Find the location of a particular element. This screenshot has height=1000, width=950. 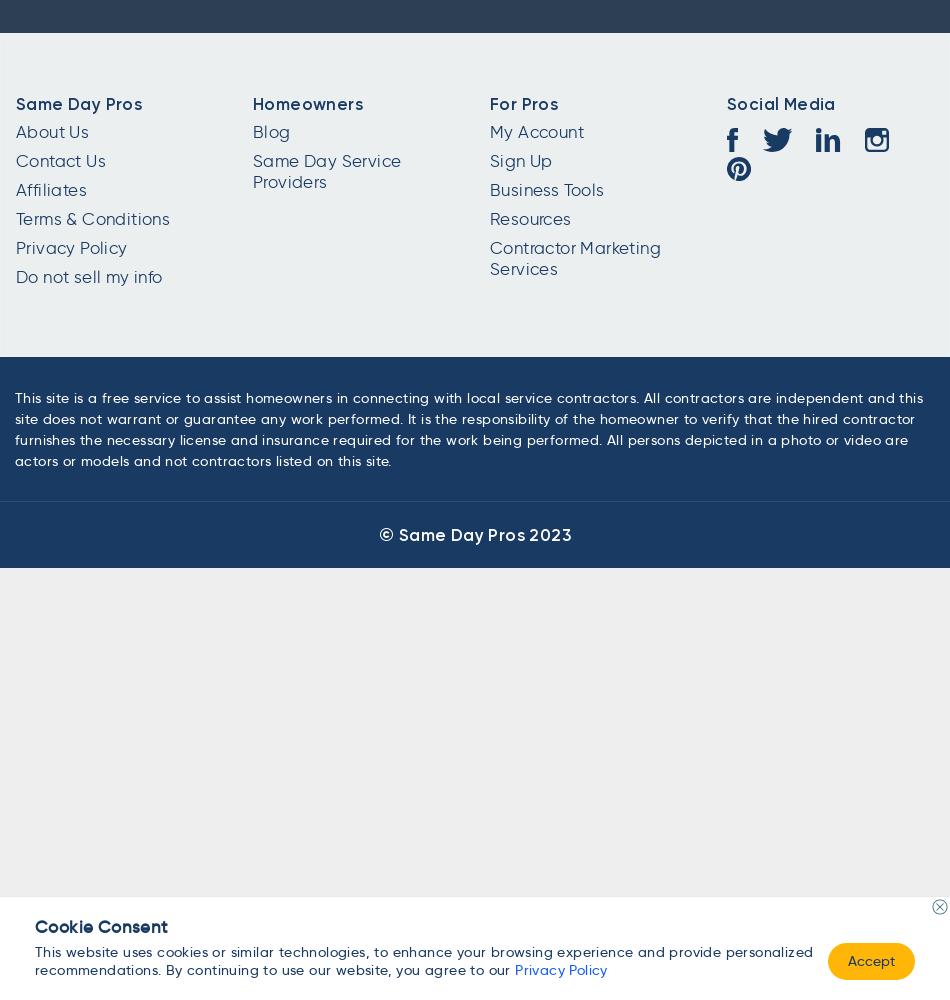

'Cookie Consent' is located at coordinates (100, 927).